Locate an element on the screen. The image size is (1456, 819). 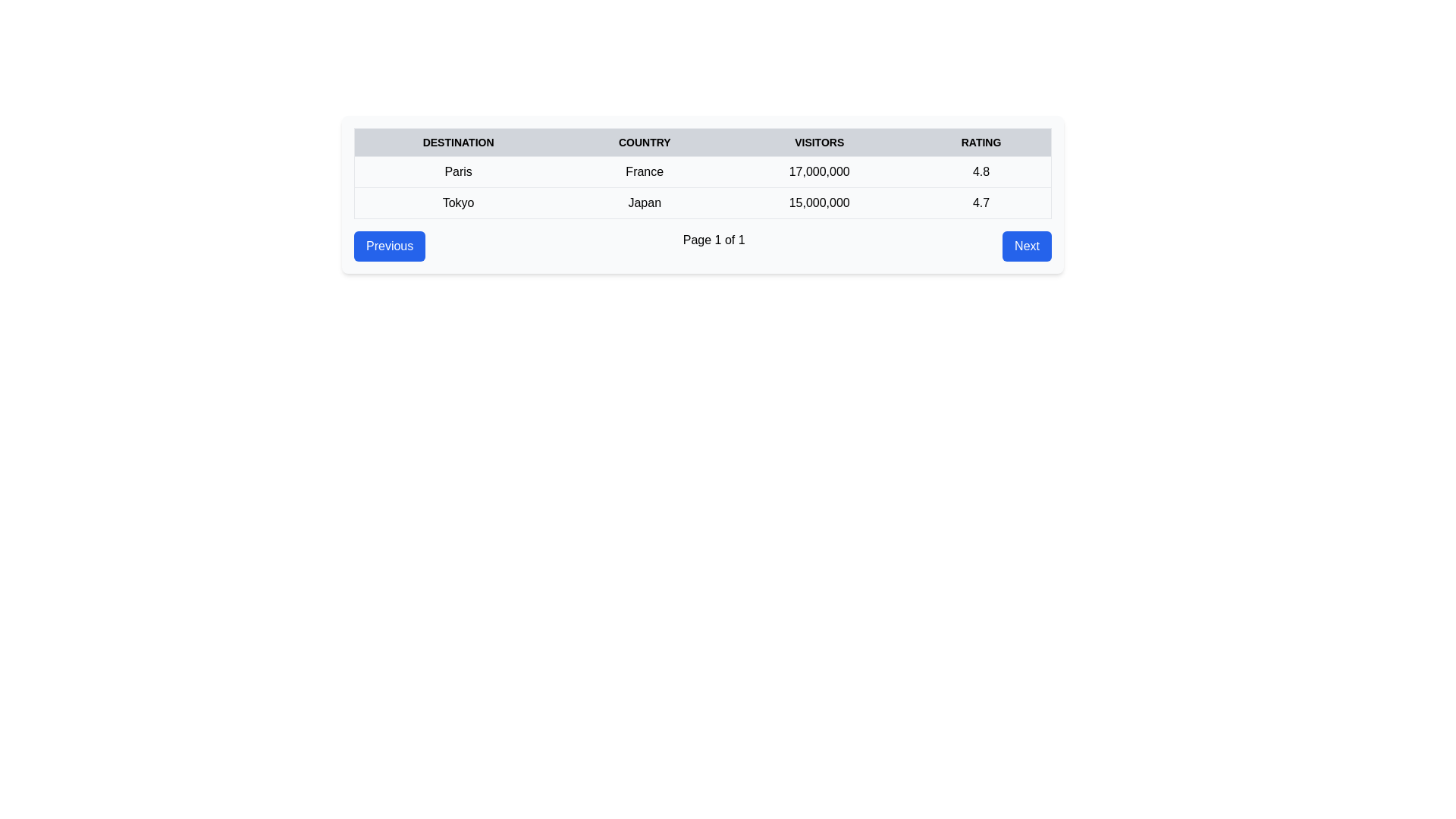
the static text element titled 'DESTINATION', which is the first column header in a table, styled in uppercase and bold is located at coordinates (457, 143).